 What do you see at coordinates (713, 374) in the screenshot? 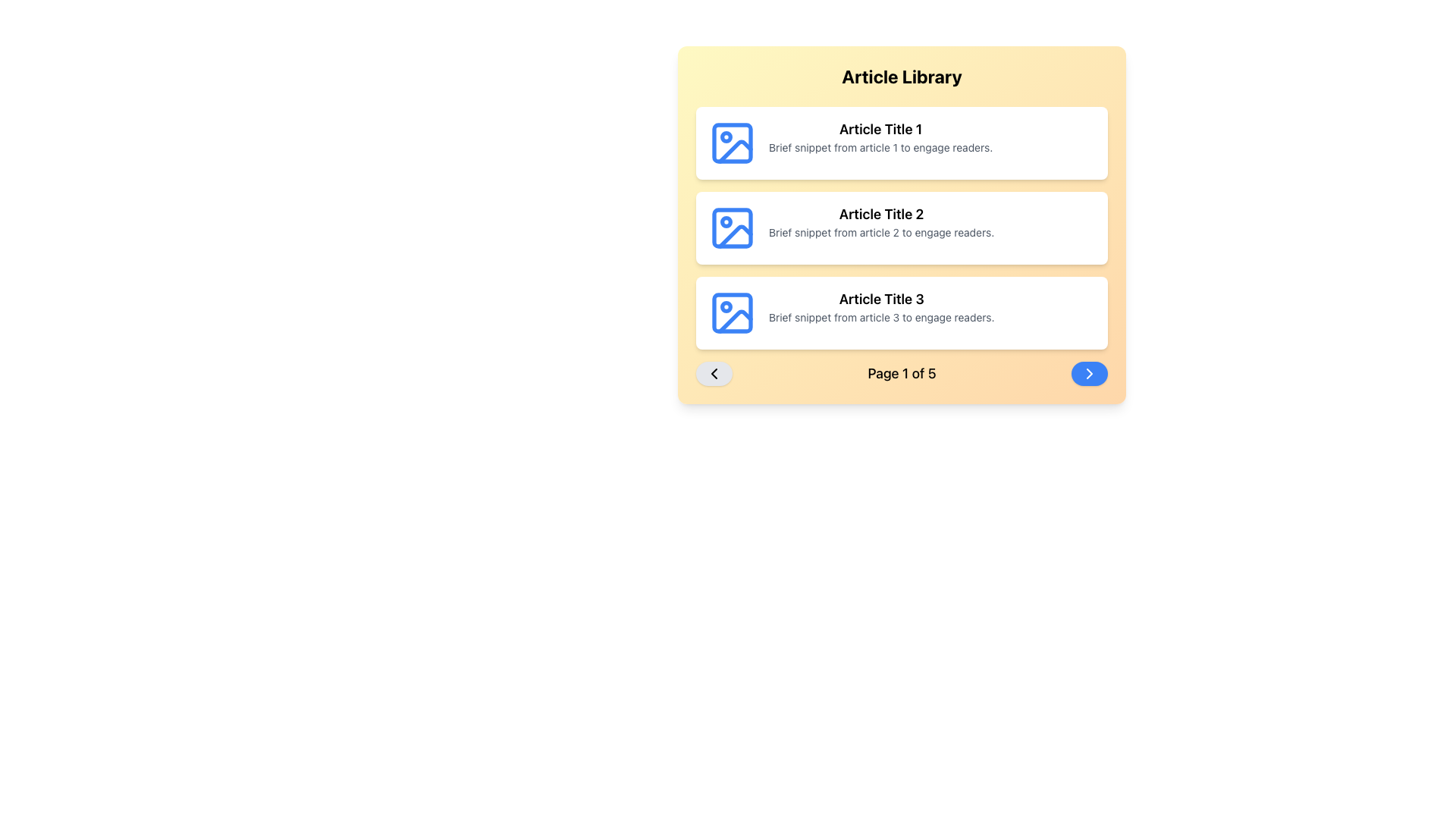
I see `the navigation icon located to the left of the bottom navigation panel, which is part of the pagination control group` at bounding box center [713, 374].